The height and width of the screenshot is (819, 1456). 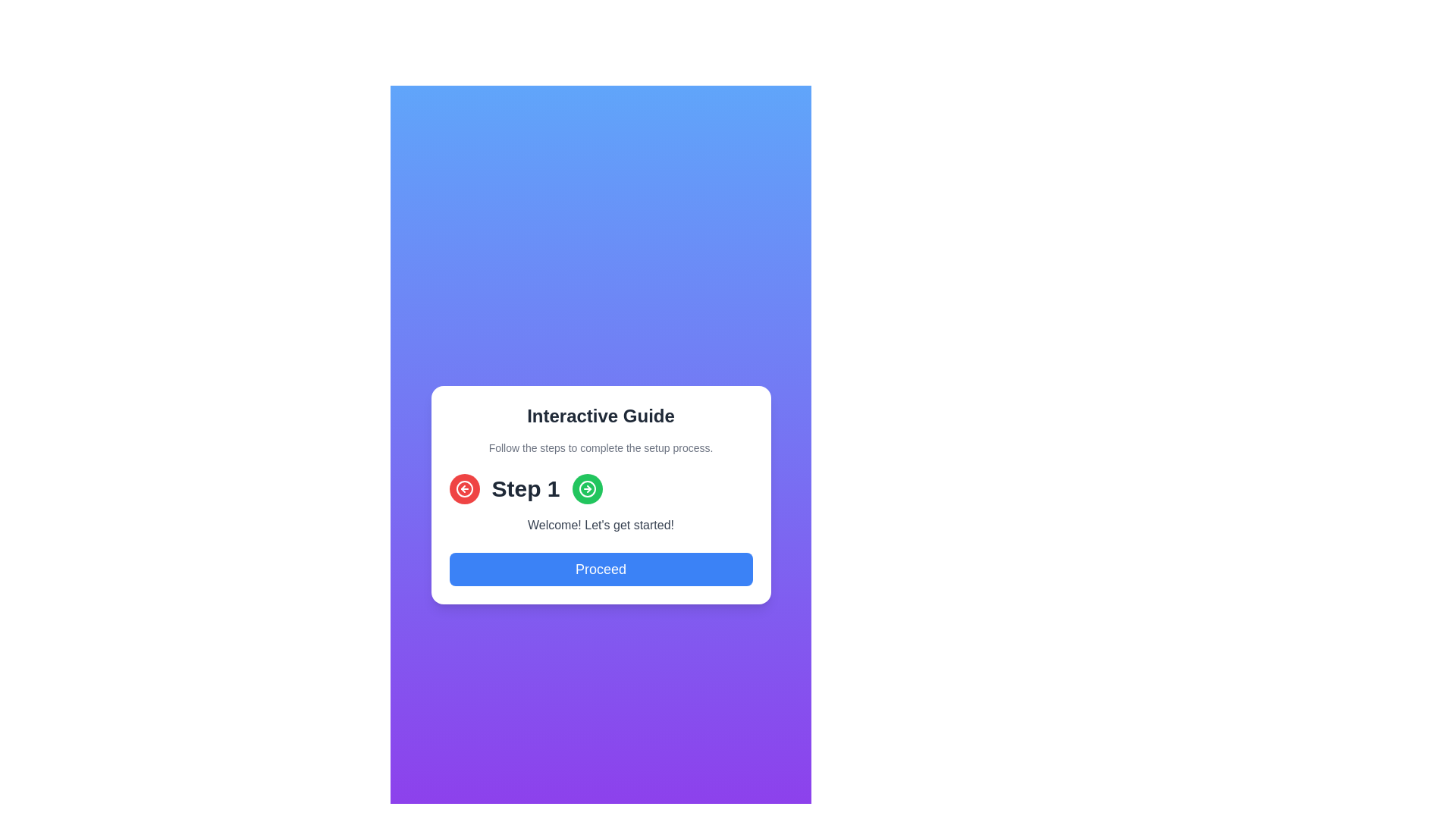 What do you see at coordinates (600, 416) in the screenshot?
I see `the static text heading displaying 'Interactive Guide' which is styled in bold, large dark gray font at the top of a white card` at bounding box center [600, 416].